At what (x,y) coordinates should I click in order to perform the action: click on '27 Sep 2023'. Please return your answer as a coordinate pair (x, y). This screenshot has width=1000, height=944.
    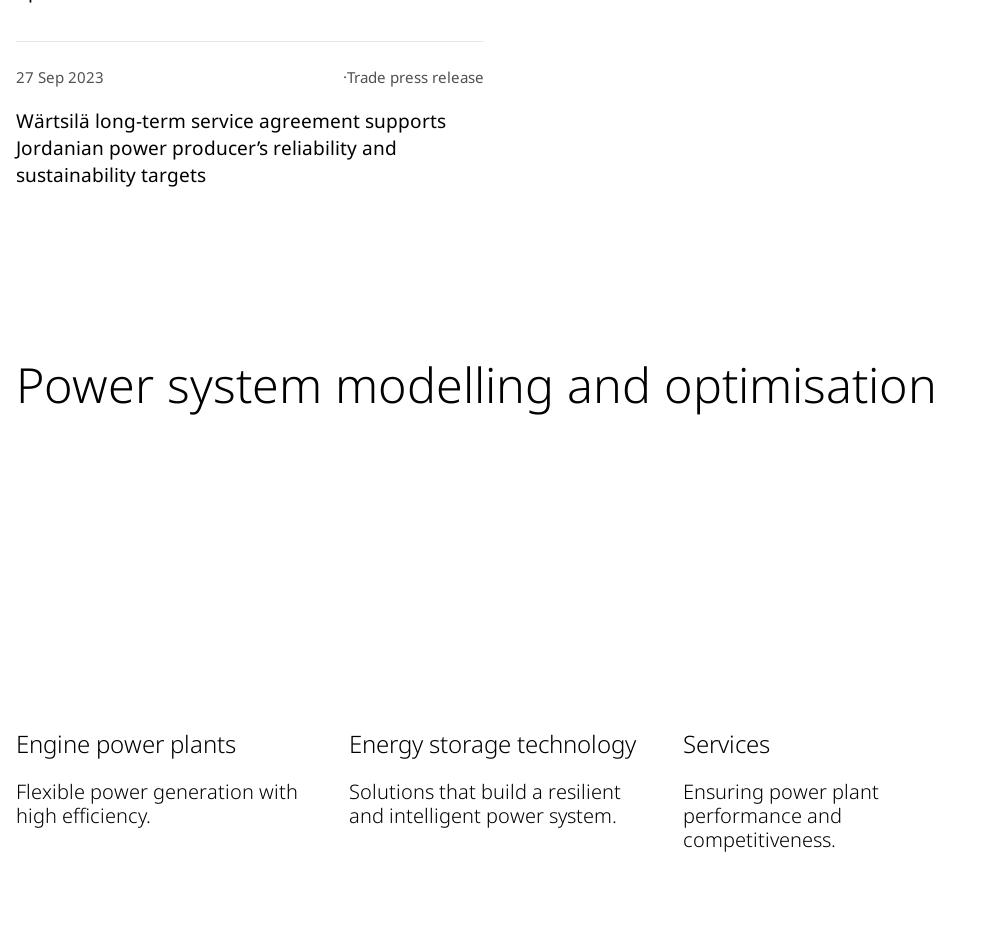
    Looking at the image, I should click on (60, 76).